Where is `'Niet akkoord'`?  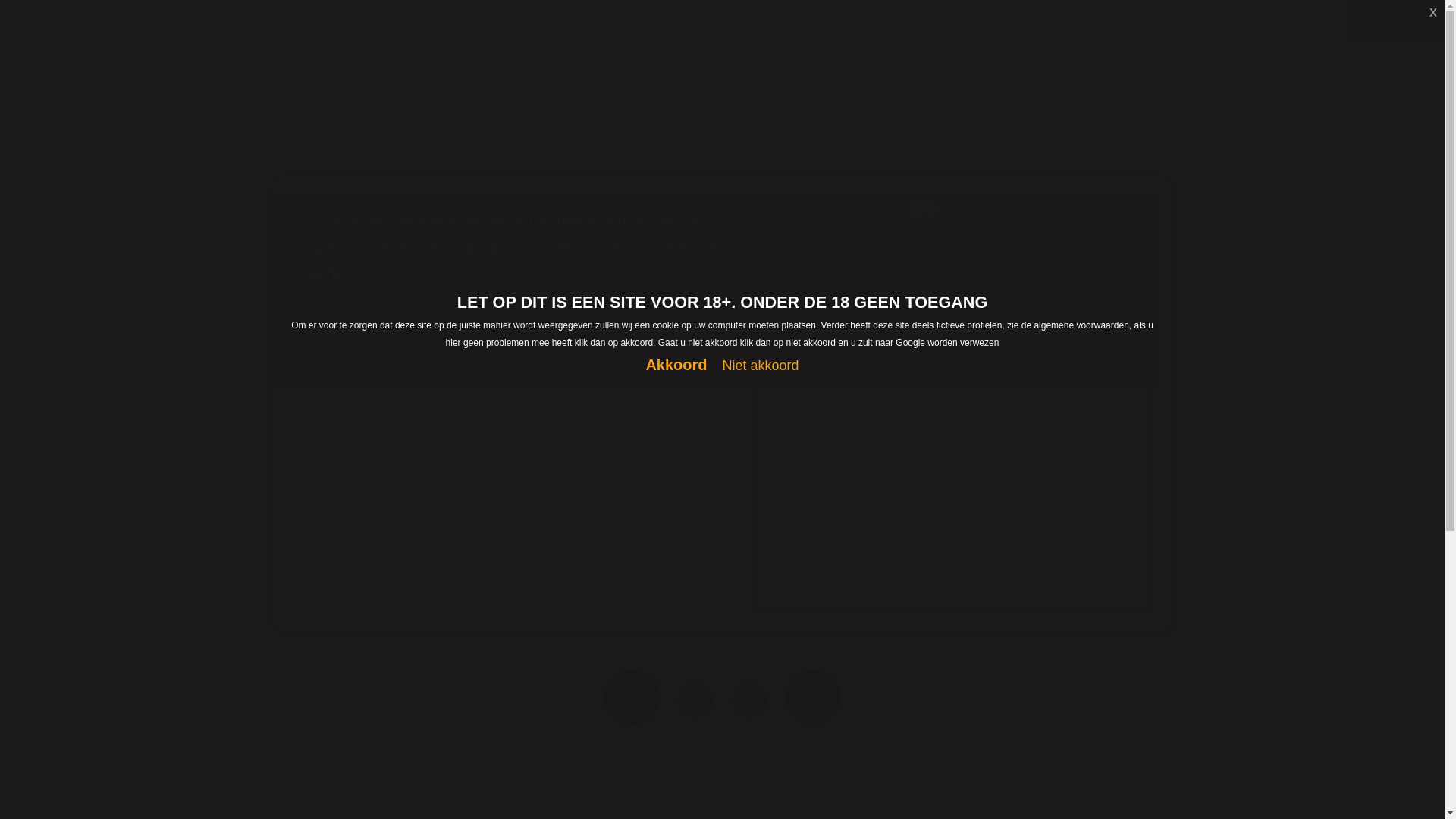
'Niet akkoord' is located at coordinates (761, 366).